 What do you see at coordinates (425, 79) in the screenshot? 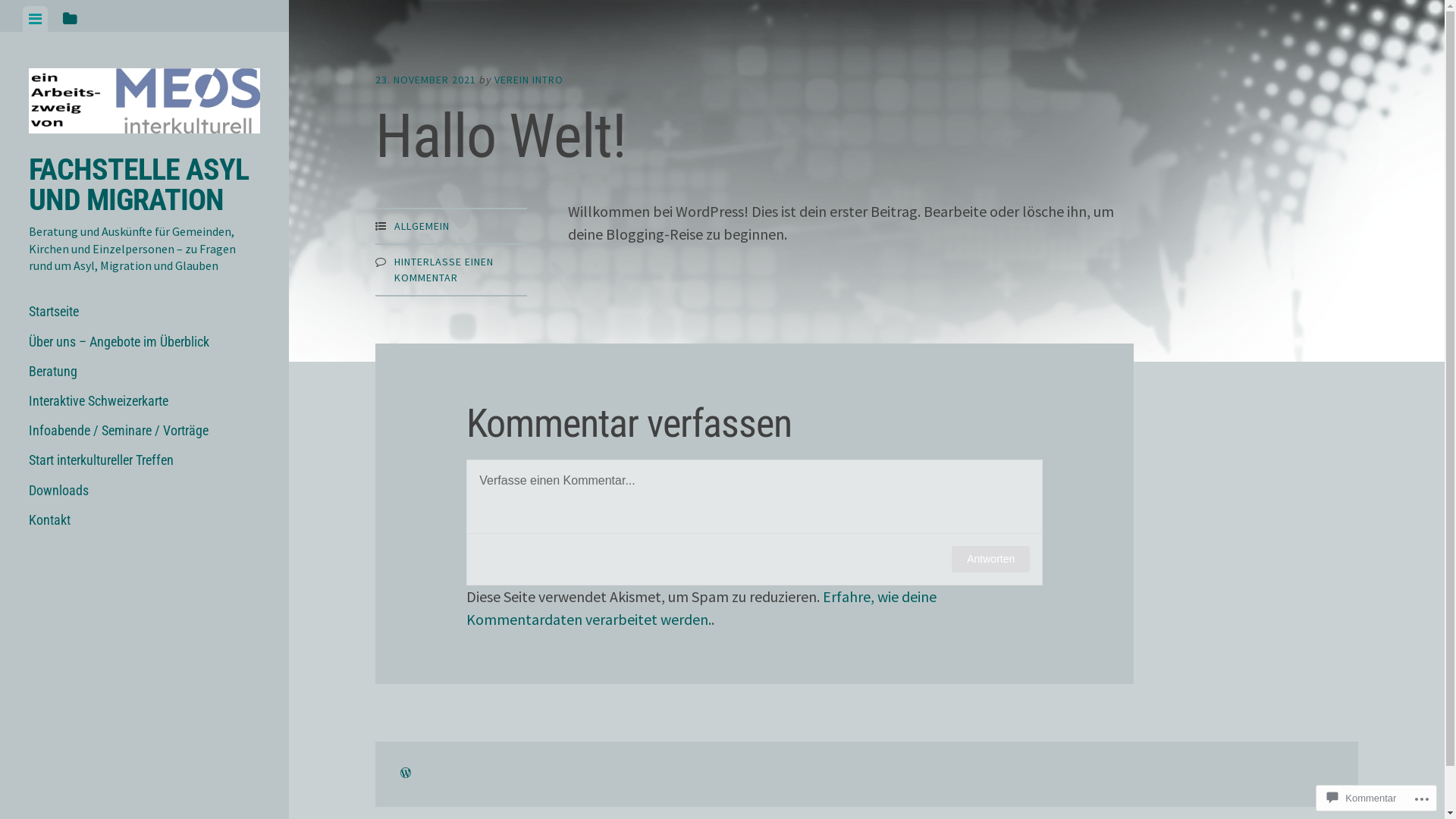
I see `'23. NOVEMBER 2021'` at bounding box center [425, 79].